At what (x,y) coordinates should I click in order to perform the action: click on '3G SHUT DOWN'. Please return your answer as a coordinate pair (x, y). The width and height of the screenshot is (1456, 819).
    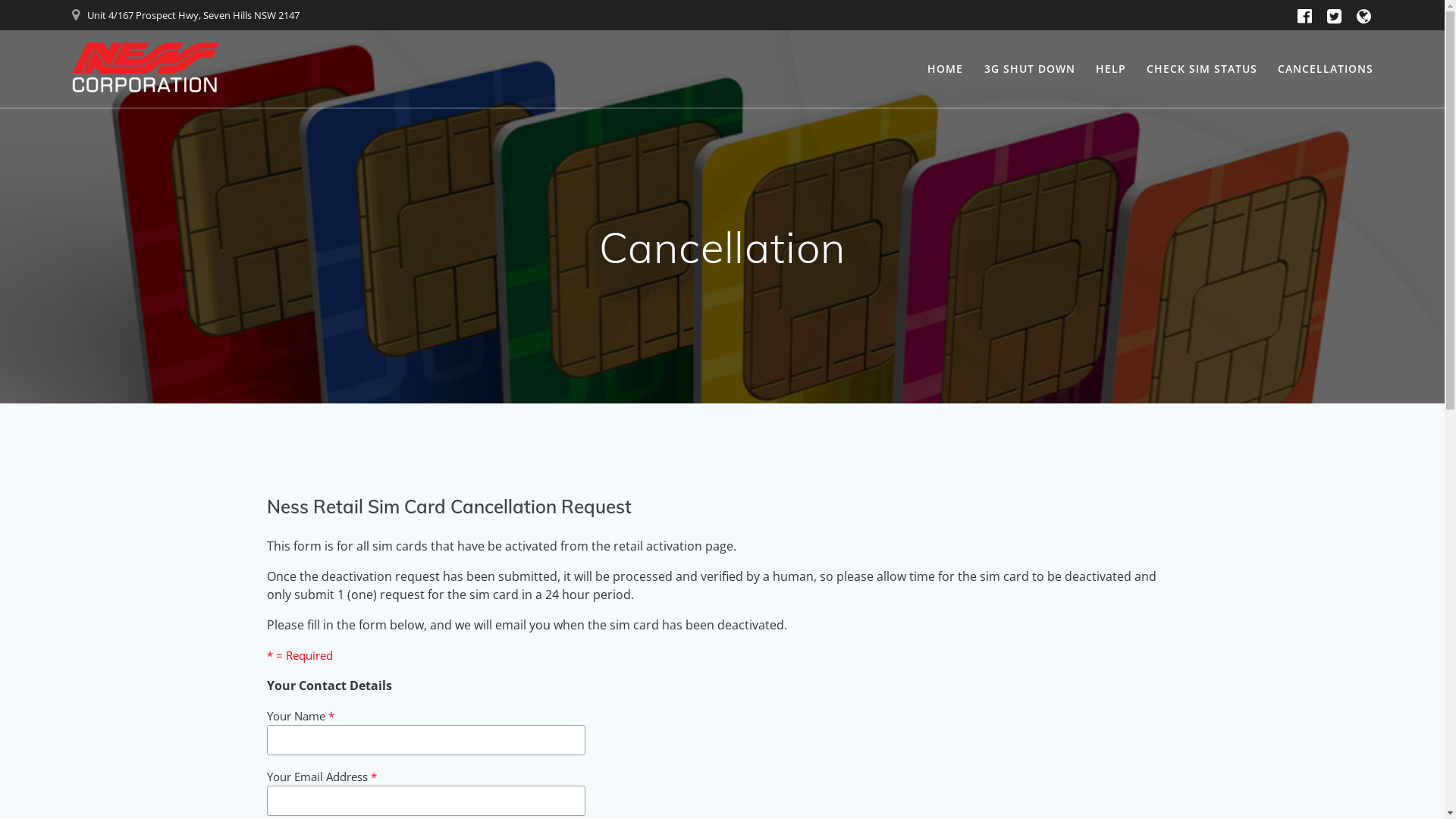
    Looking at the image, I should click on (1030, 69).